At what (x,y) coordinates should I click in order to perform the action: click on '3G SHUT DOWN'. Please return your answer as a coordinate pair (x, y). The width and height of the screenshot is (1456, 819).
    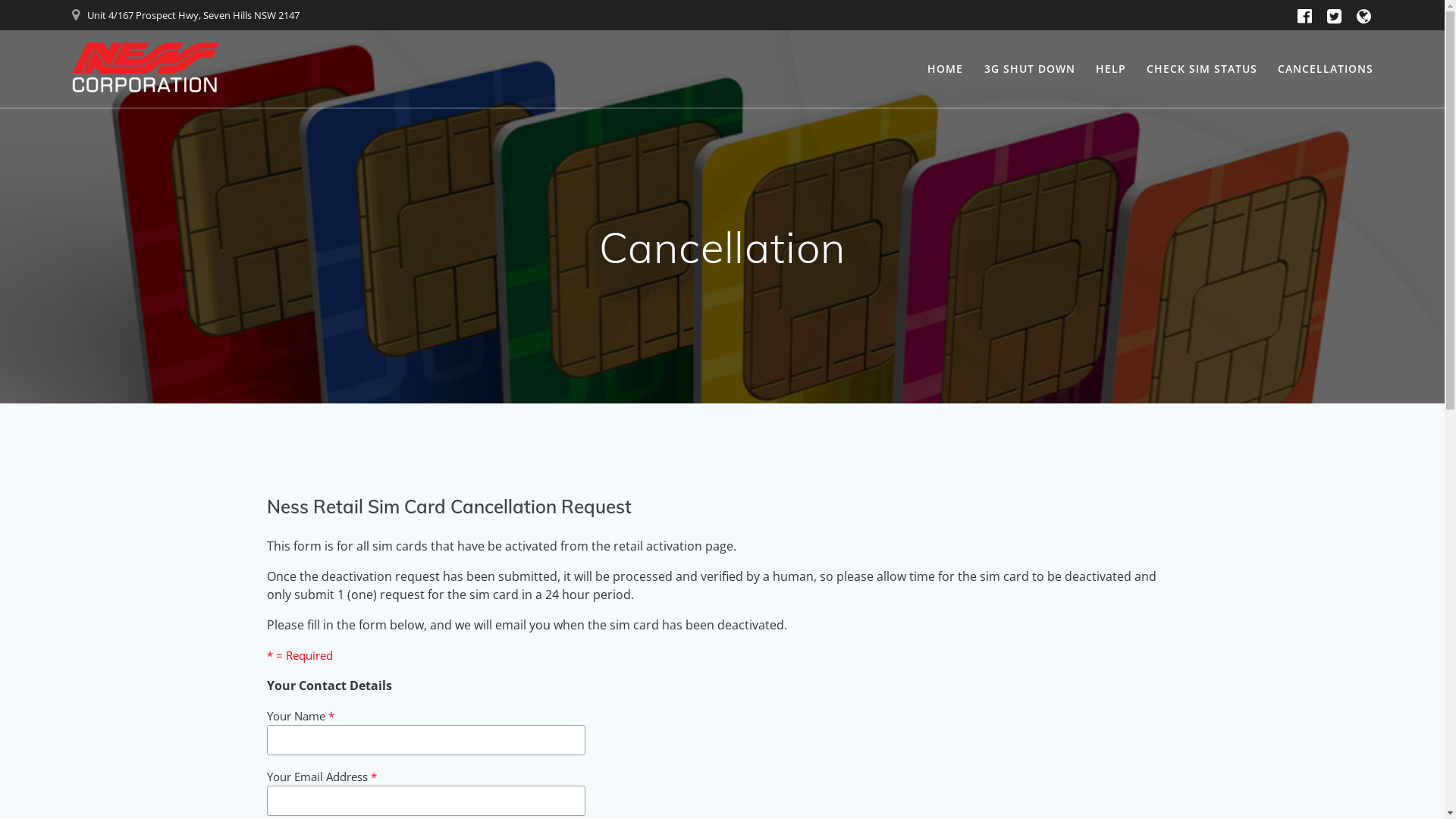
    Looking at the image, I should click on (1030, 69).